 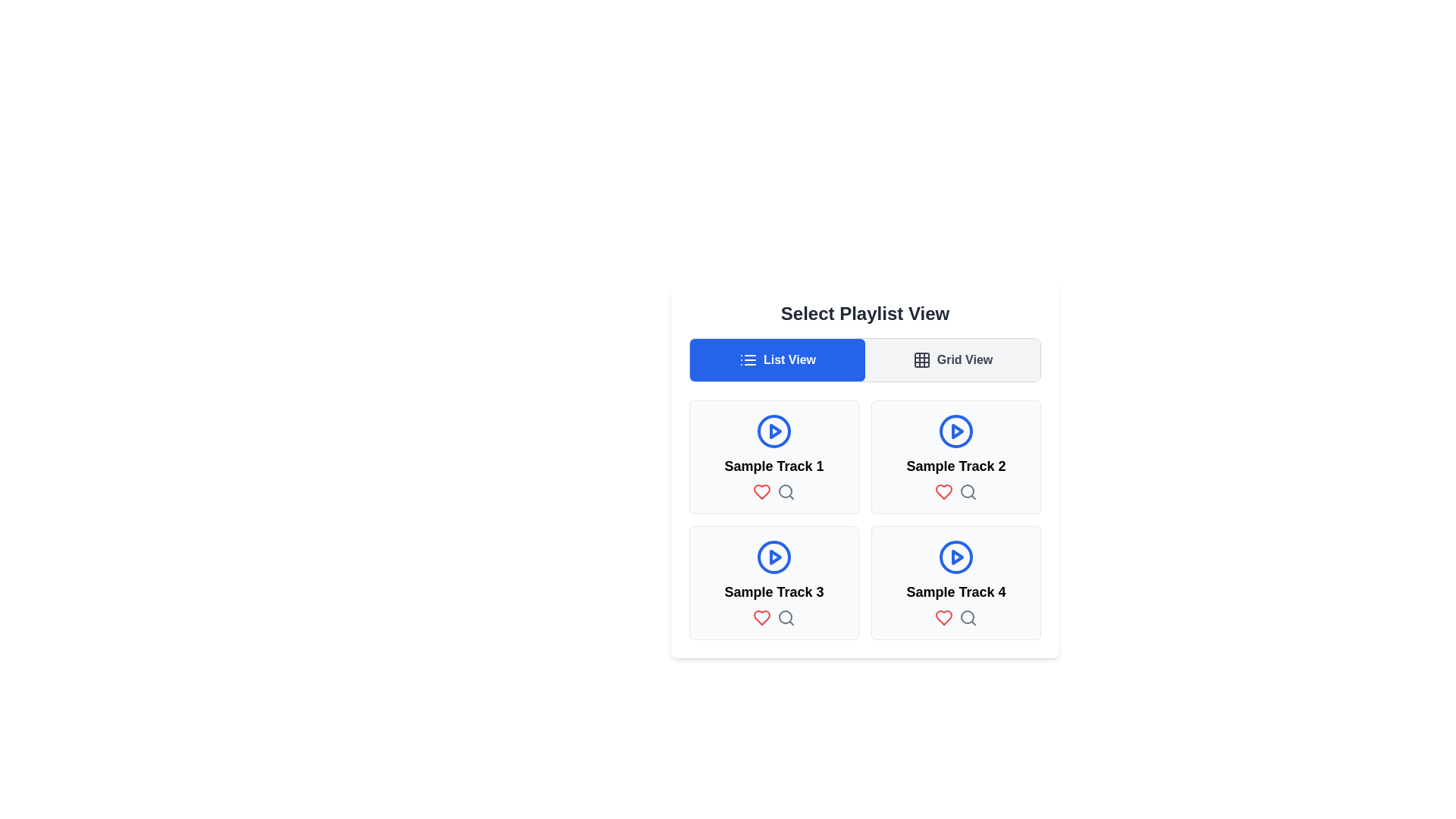 I want to click on the triangular play icon centered within the circular outline on the 'Sample Track 1' card to play the associated track, so click(x=956, y=431).